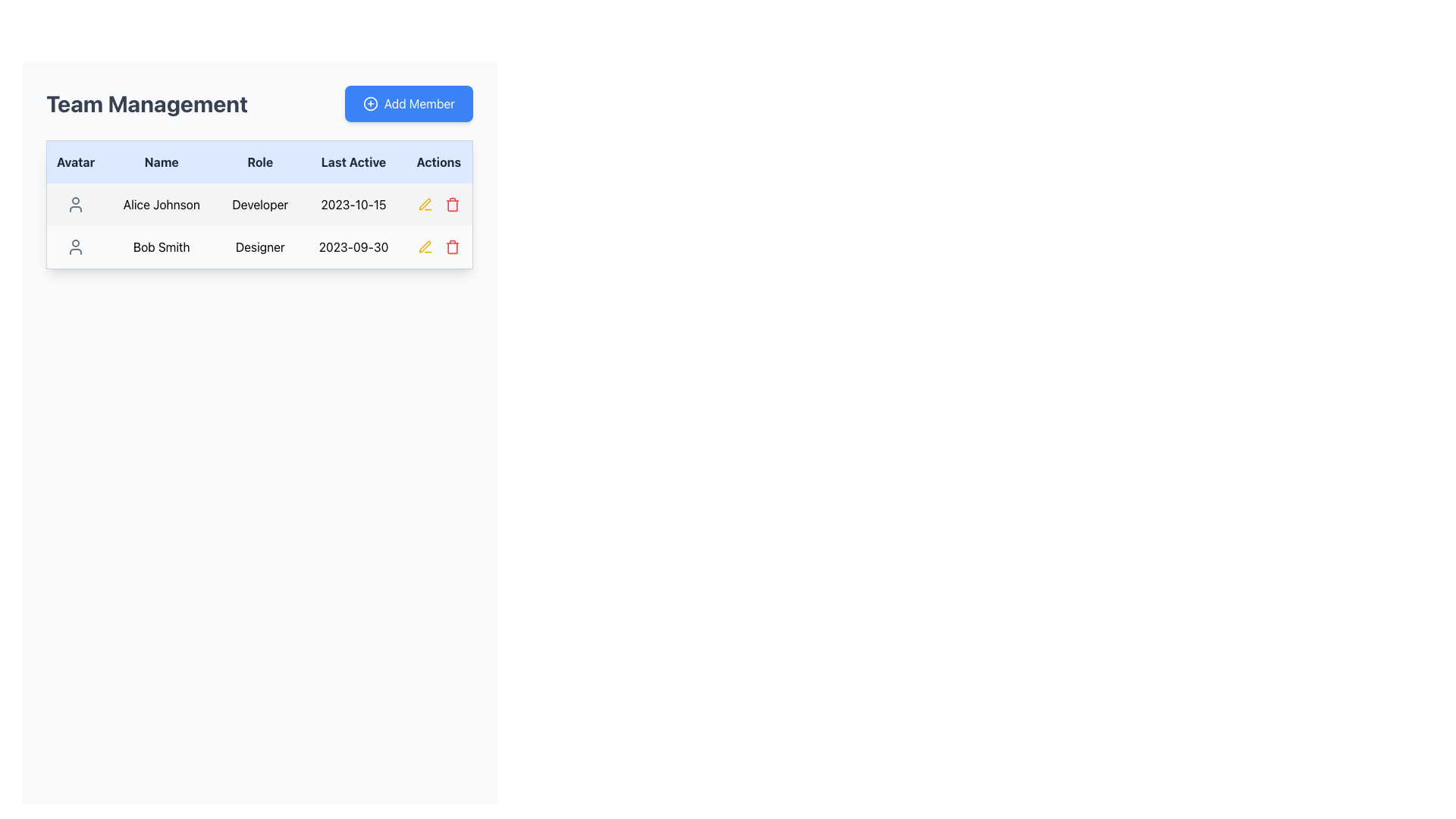 The height and width of the screenshot is (819, 1456). Describe the element at coordinates (75, 205) in the screenshot. I see `the user icon graphic representing Alice Johnson in the Avatar column of the table` at that location.